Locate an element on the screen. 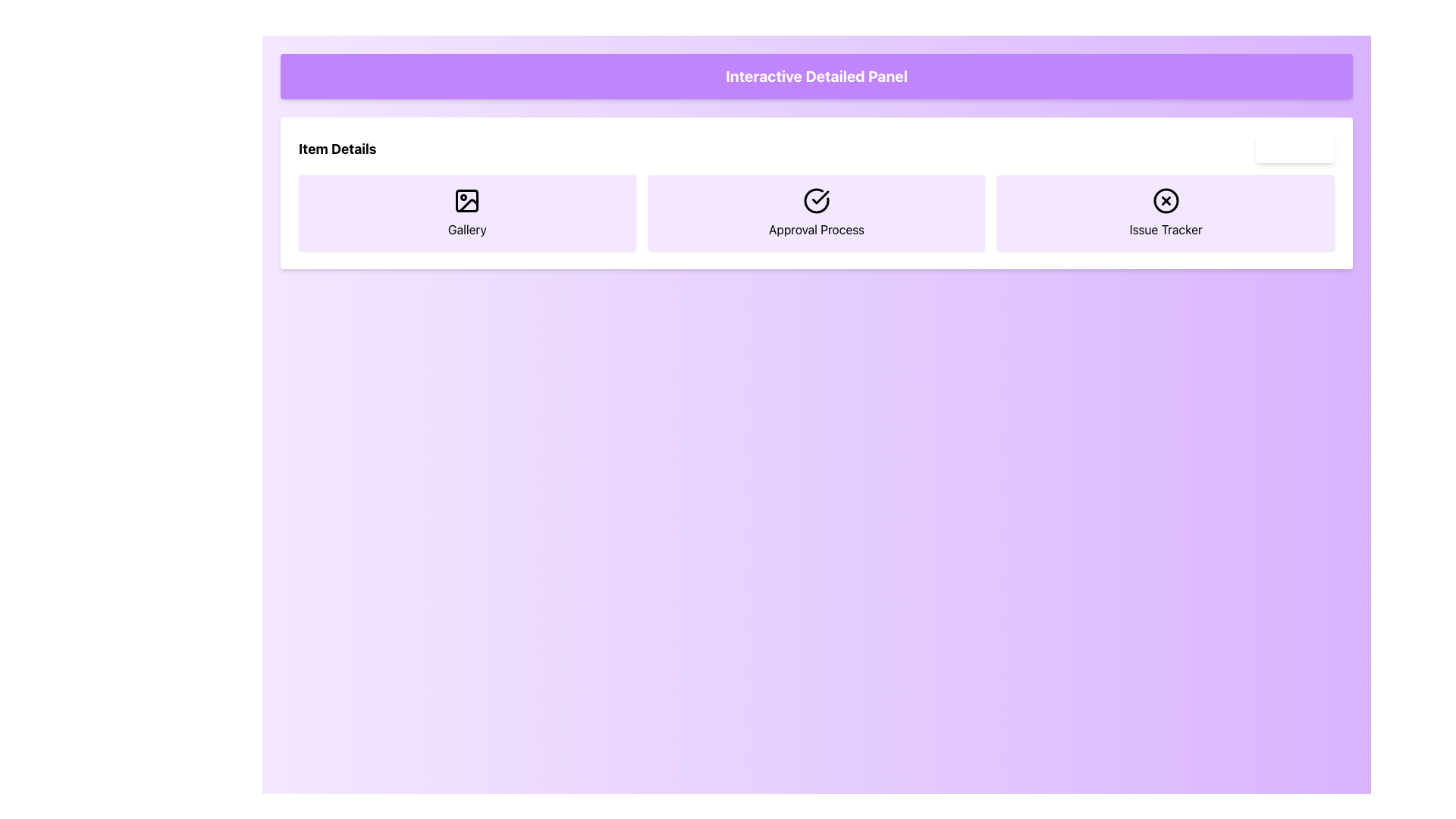  the 'Approval Process' text label located below the check mark icon within its rectangular card is located at coordinates (815, 230).